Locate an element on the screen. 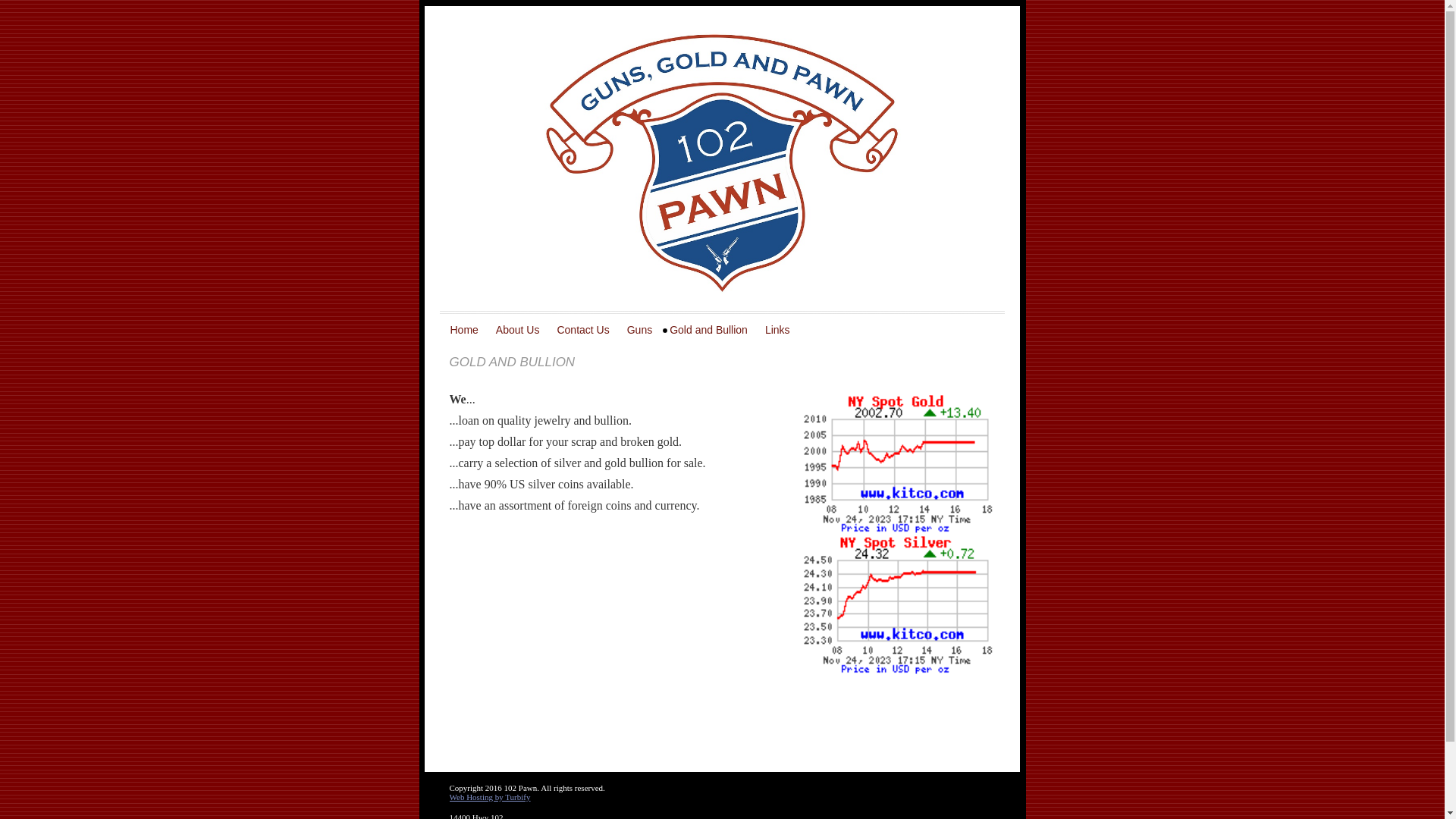 The width and height of the screenshot is (1456, 819). 'Guns' is located at coordinates (641, 329).